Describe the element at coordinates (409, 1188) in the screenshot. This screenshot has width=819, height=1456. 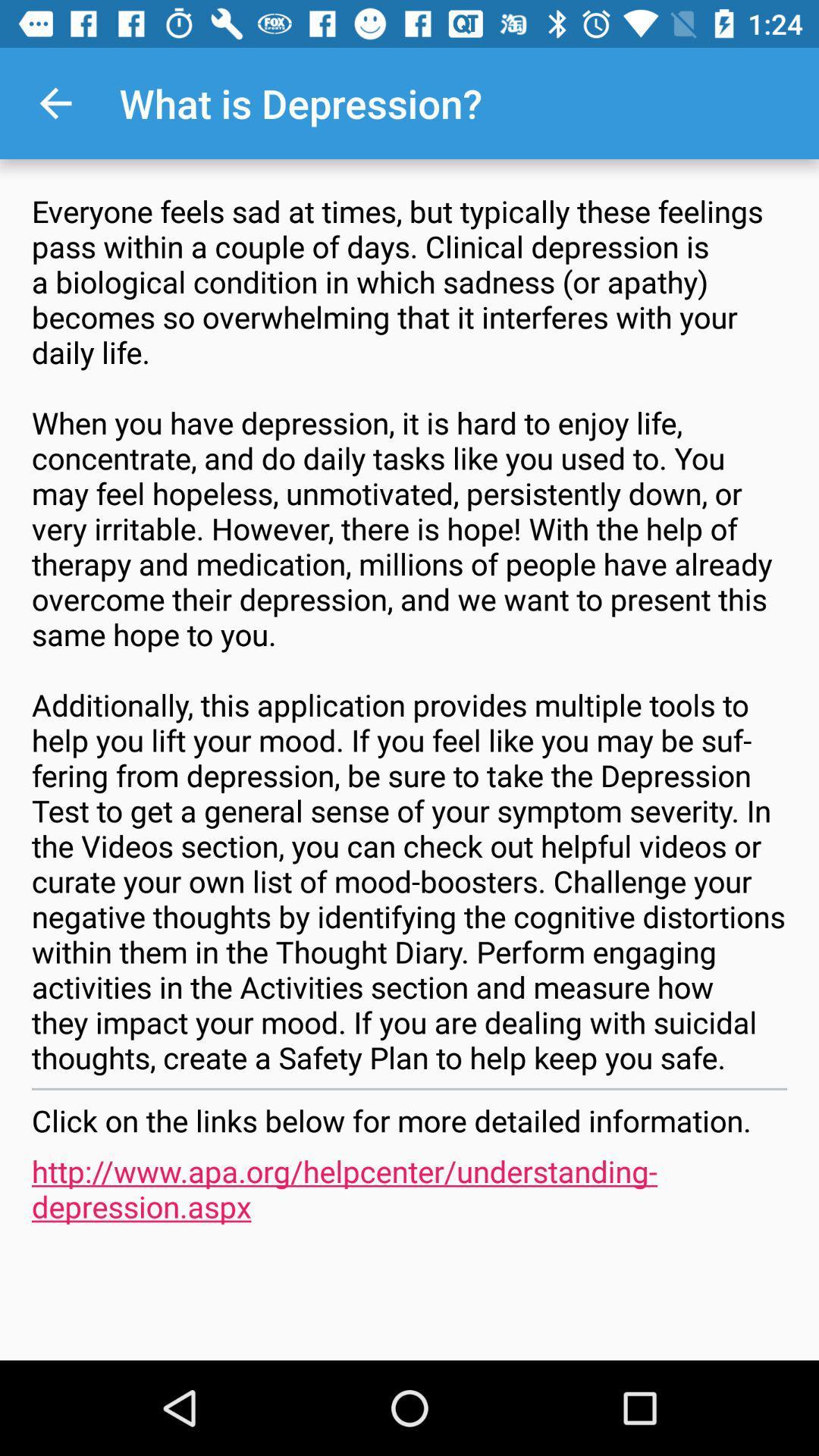
I see `http www apa` at that location.